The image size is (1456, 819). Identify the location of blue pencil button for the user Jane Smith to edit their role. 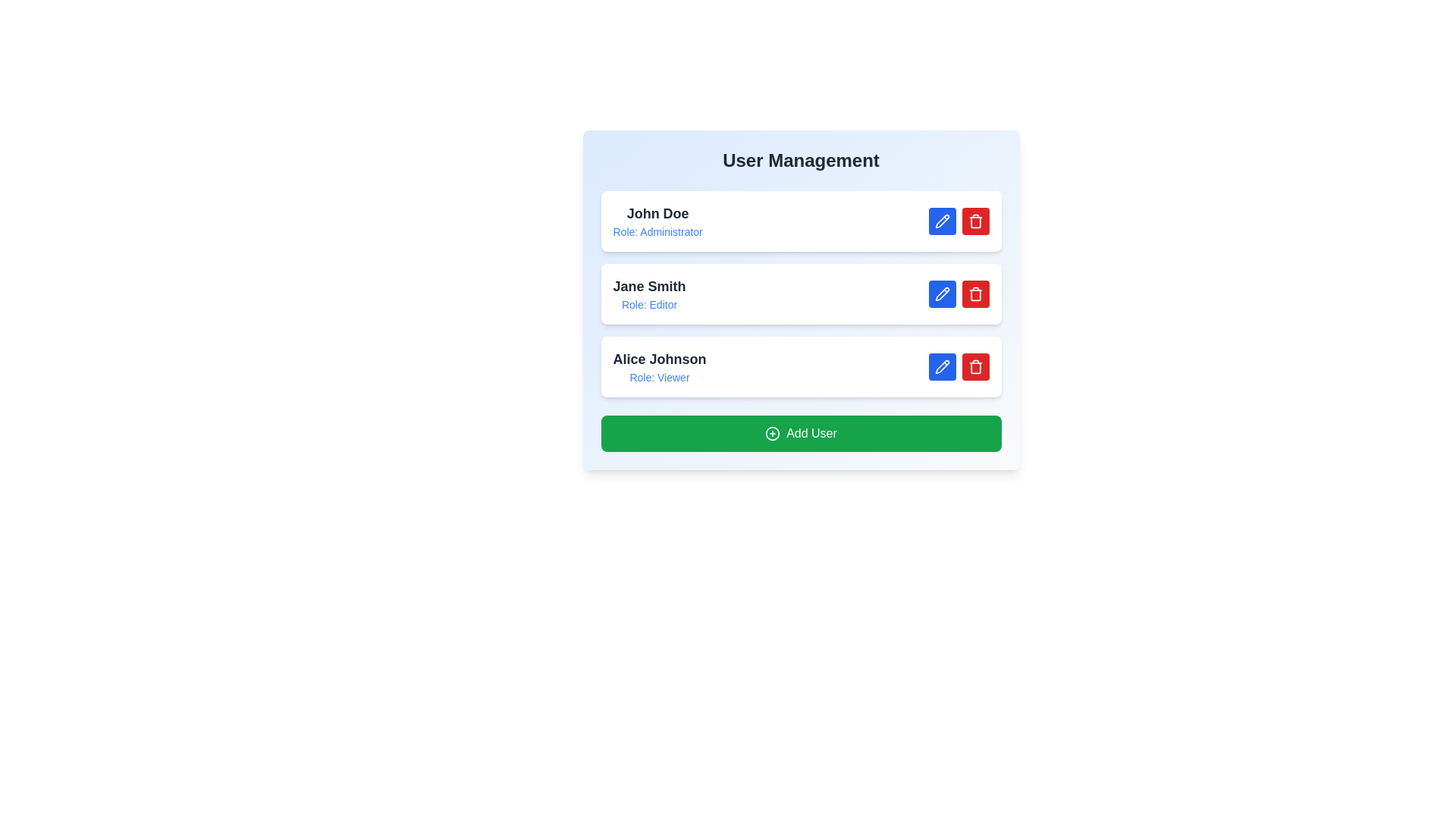
(941, 294).